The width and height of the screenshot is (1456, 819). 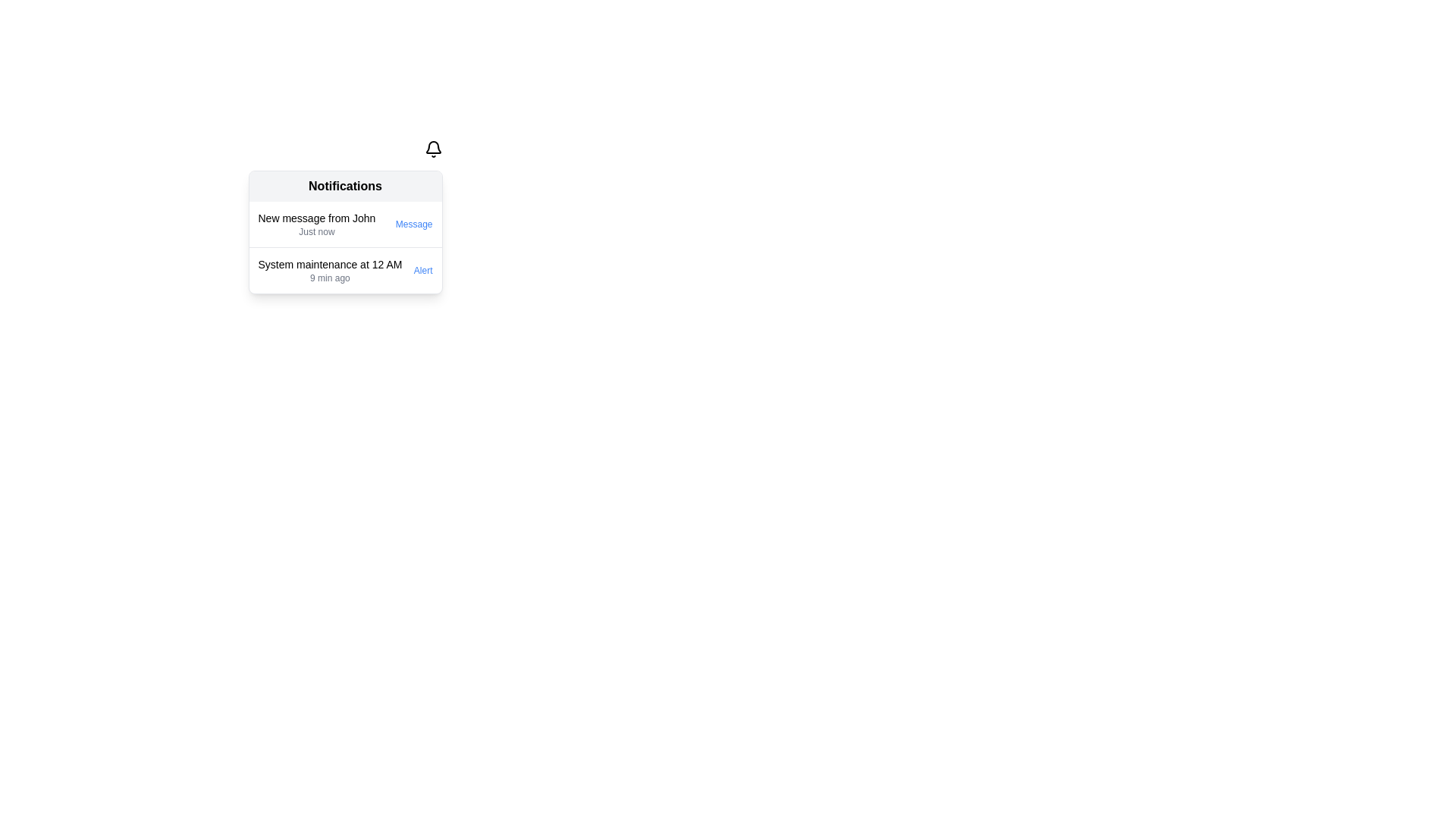 I want to click on the text label displaying 'System maintenance at 12 AM' which is the second notification in the notification panel, so click(x=329, y=270).